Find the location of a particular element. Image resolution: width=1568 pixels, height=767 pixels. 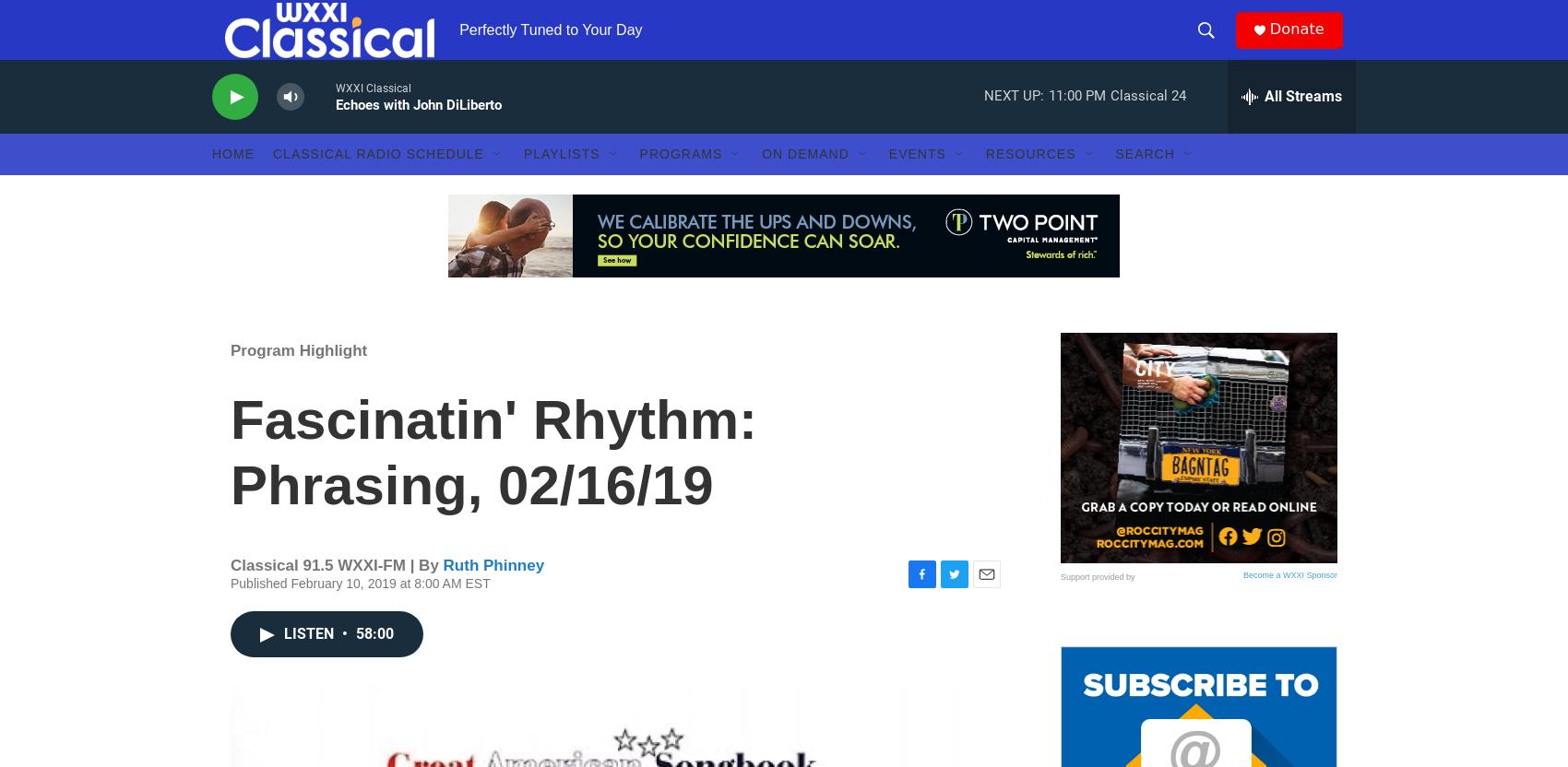

'Echoes with John DiLiberto' is located at coordinates (419, 142).